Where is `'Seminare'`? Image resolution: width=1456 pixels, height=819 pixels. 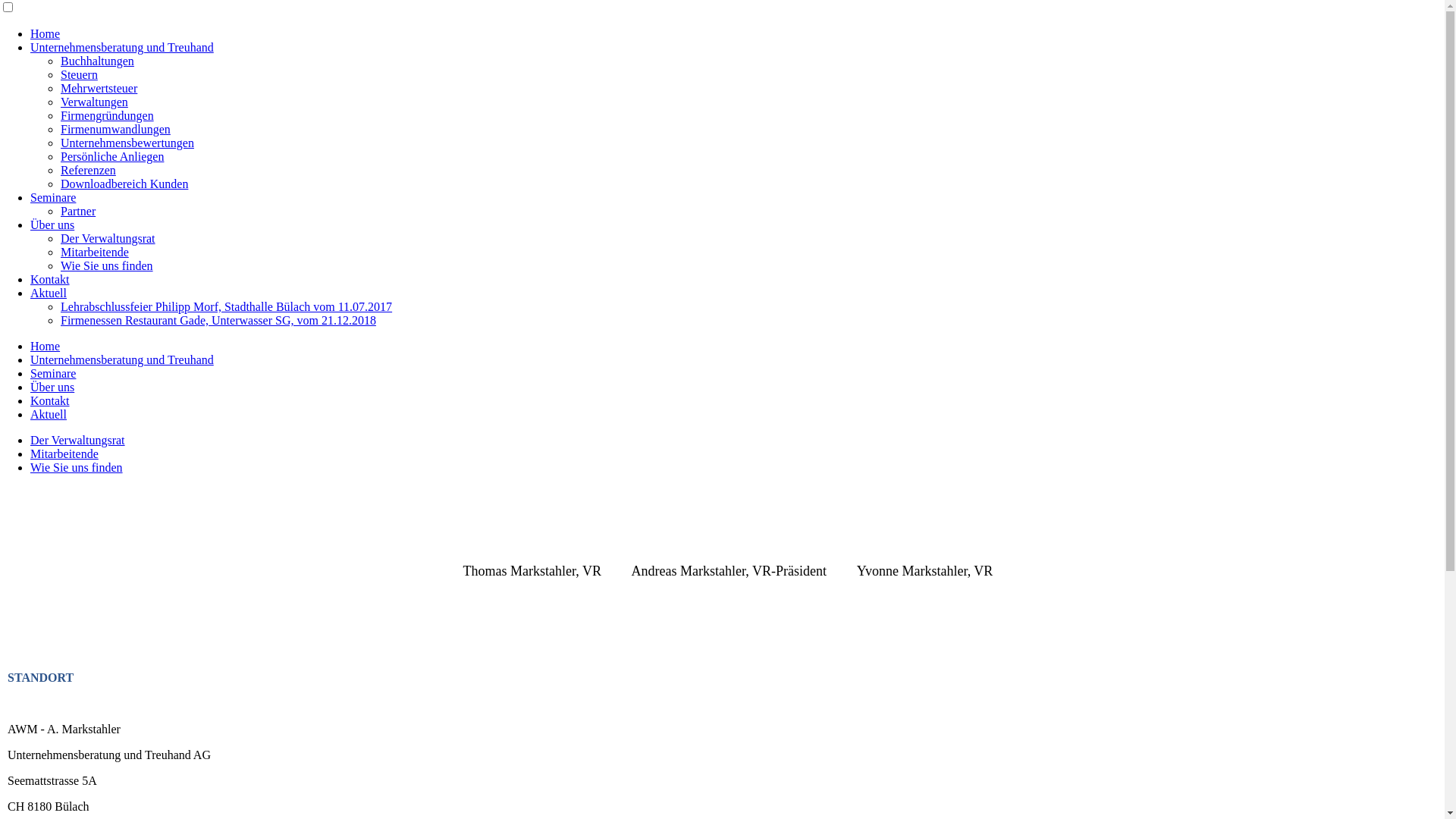
'Seminare' is located at coordinates (53, 196).